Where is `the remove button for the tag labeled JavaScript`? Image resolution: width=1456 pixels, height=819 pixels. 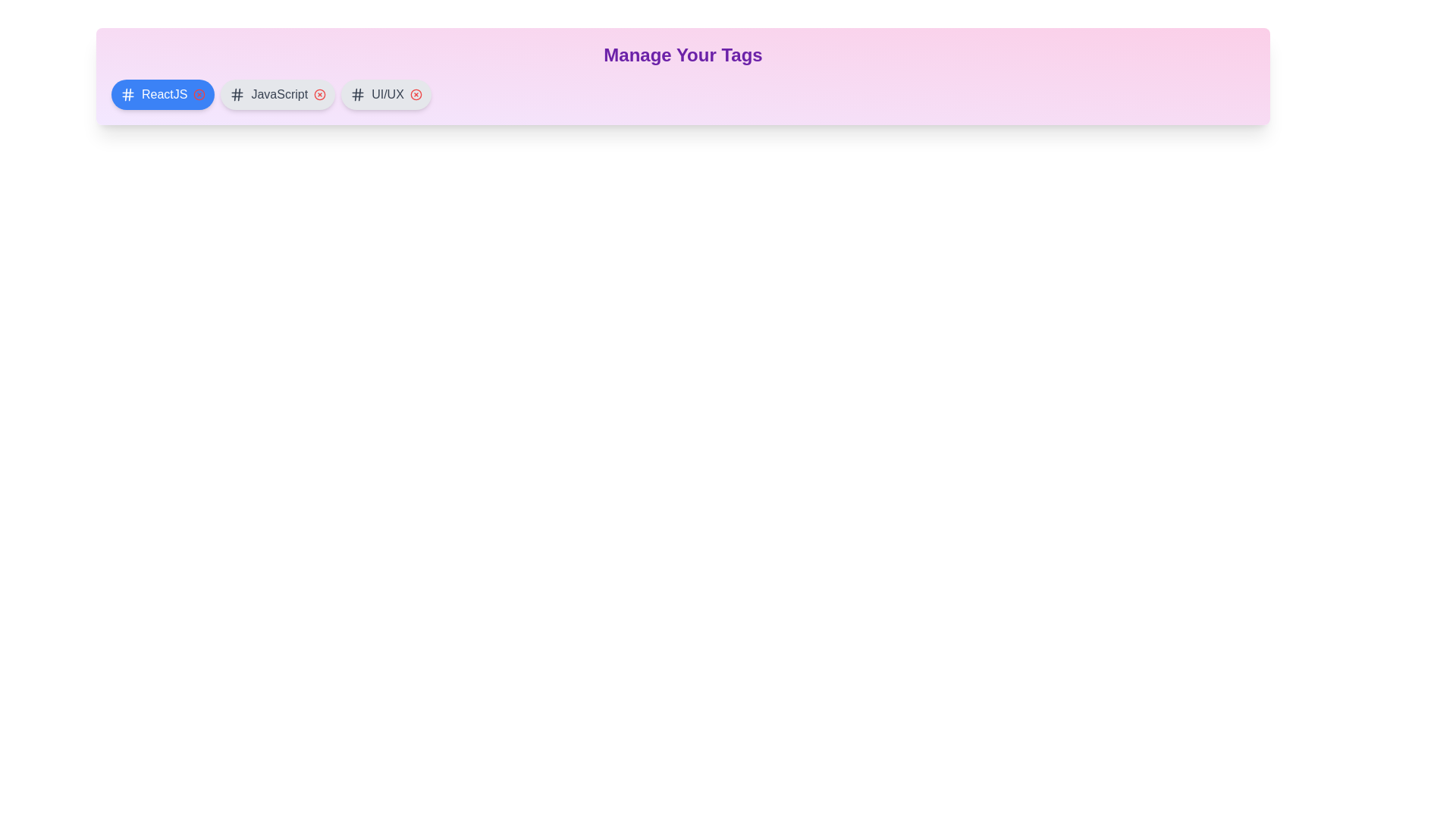 the remove button for the tag labeled JavaScript is located at coordinates (319, 94).